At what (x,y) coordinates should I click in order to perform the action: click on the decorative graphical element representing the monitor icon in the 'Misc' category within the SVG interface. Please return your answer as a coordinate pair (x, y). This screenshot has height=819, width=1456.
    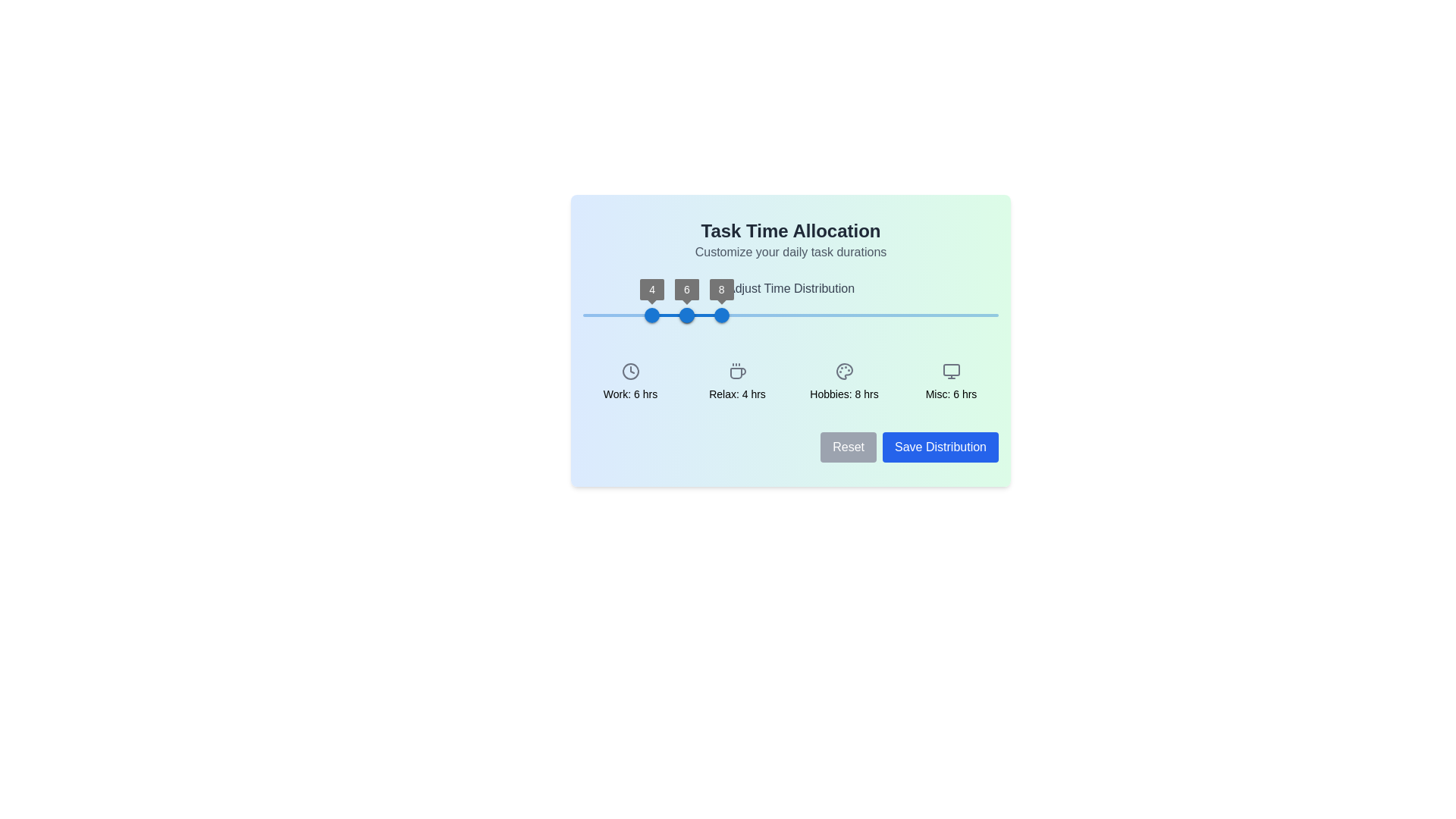
    Looking at the image, I should click on (950, 370).